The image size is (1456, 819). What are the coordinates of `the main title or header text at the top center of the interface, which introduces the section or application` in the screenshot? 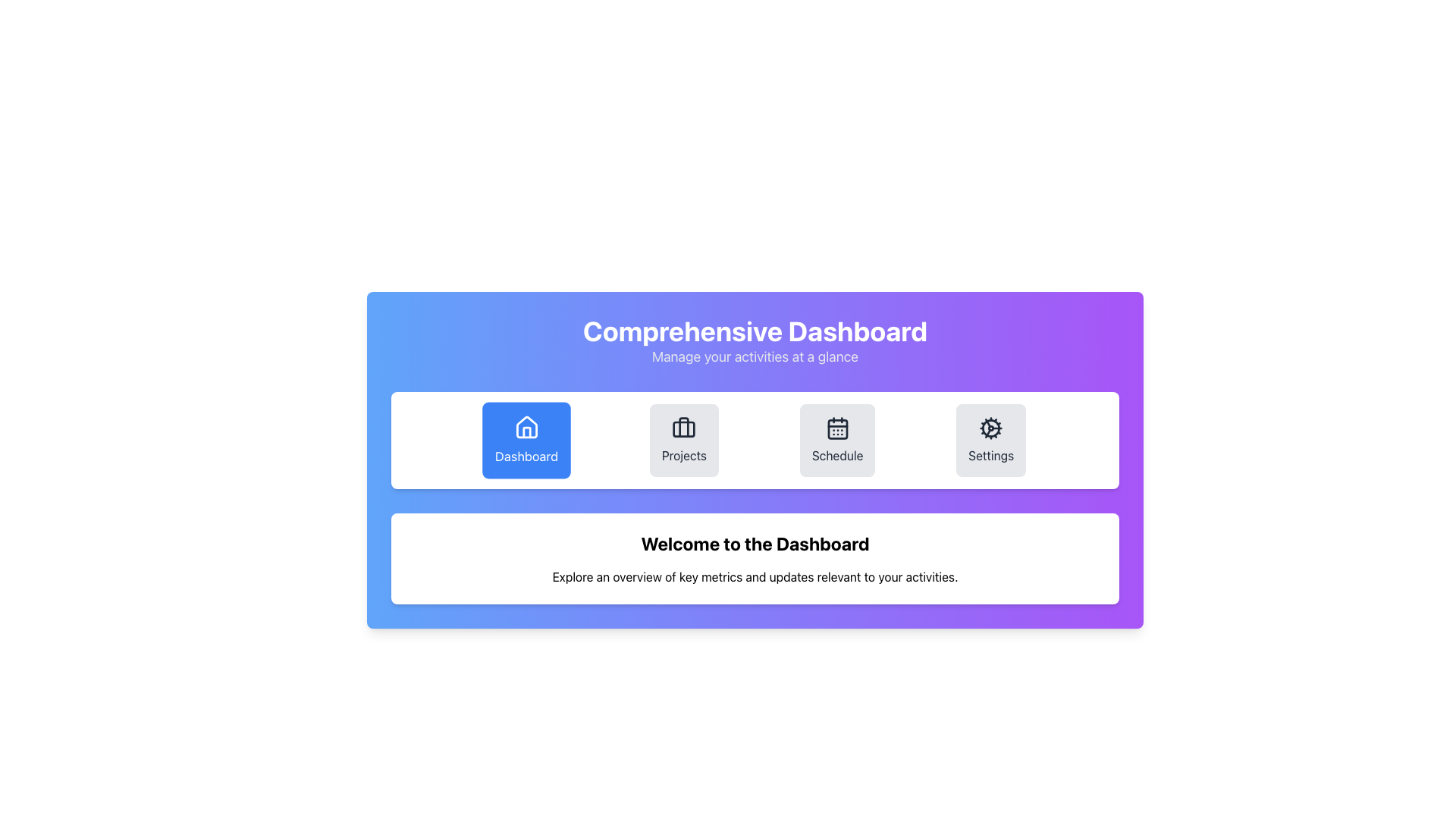 It's located at (755, 330).